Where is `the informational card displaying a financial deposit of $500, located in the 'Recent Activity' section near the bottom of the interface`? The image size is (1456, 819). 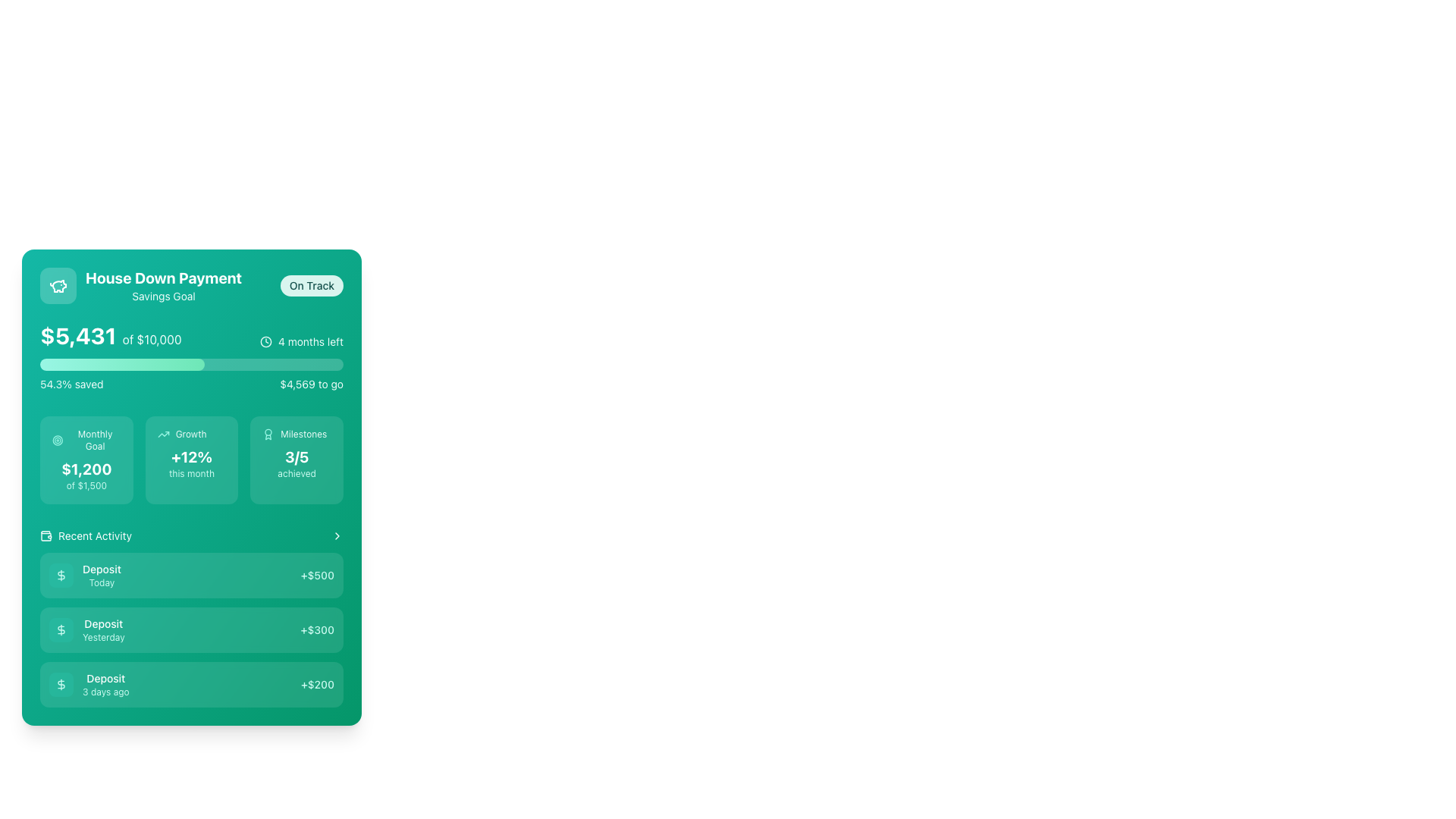
the informational card displaying a financial deposit of $500, located in the 'Recent Activity' section near the bottom of the interface is located at coordinates (191, 576).